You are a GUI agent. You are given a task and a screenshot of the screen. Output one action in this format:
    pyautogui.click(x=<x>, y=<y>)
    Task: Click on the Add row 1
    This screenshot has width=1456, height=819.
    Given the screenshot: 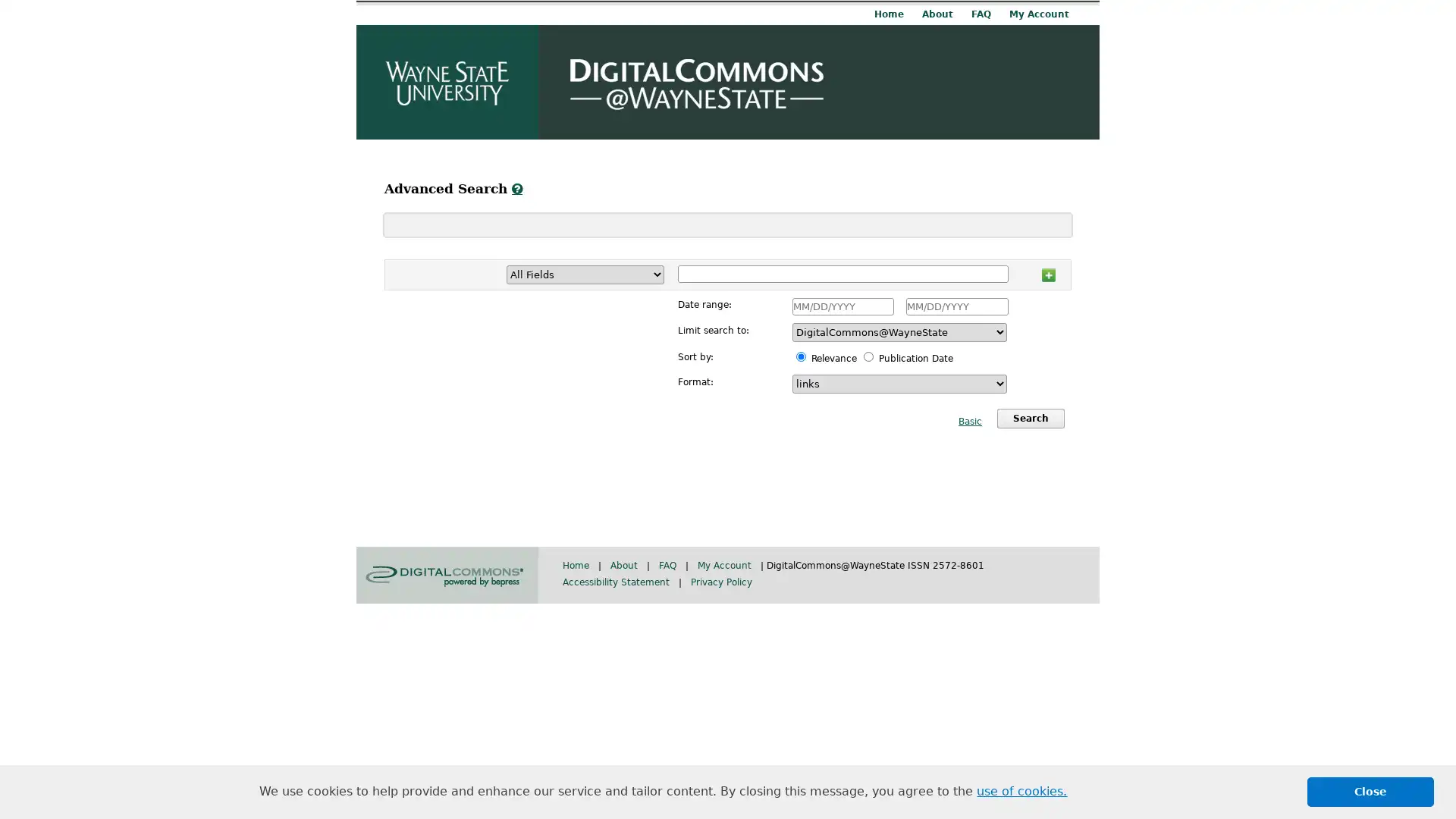 What is the action you would take?
    pyautogui.click(x=1047, y=271)
    